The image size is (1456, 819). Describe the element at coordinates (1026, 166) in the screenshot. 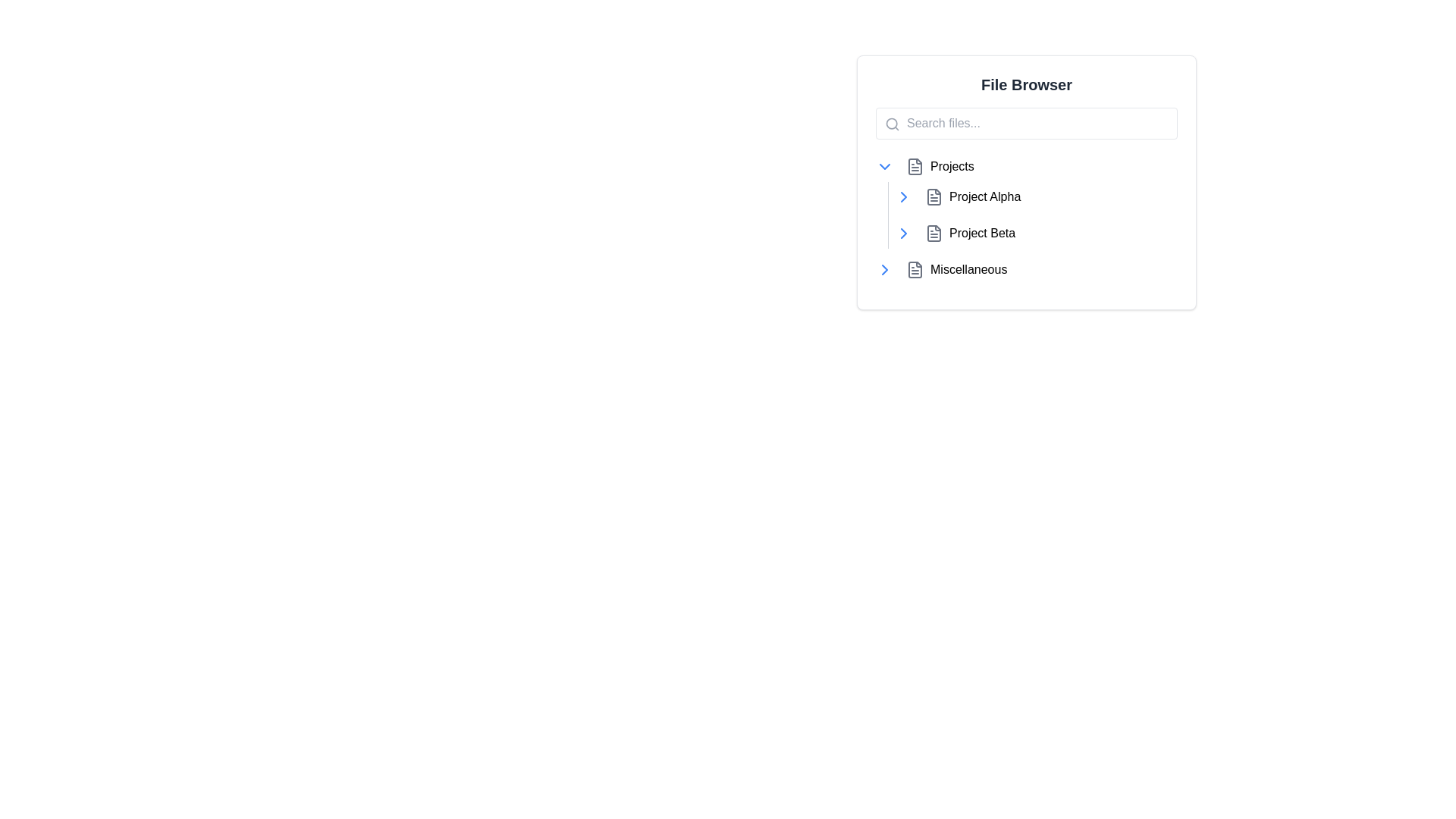

I see `the 'Projects' expandable list item` at that location.